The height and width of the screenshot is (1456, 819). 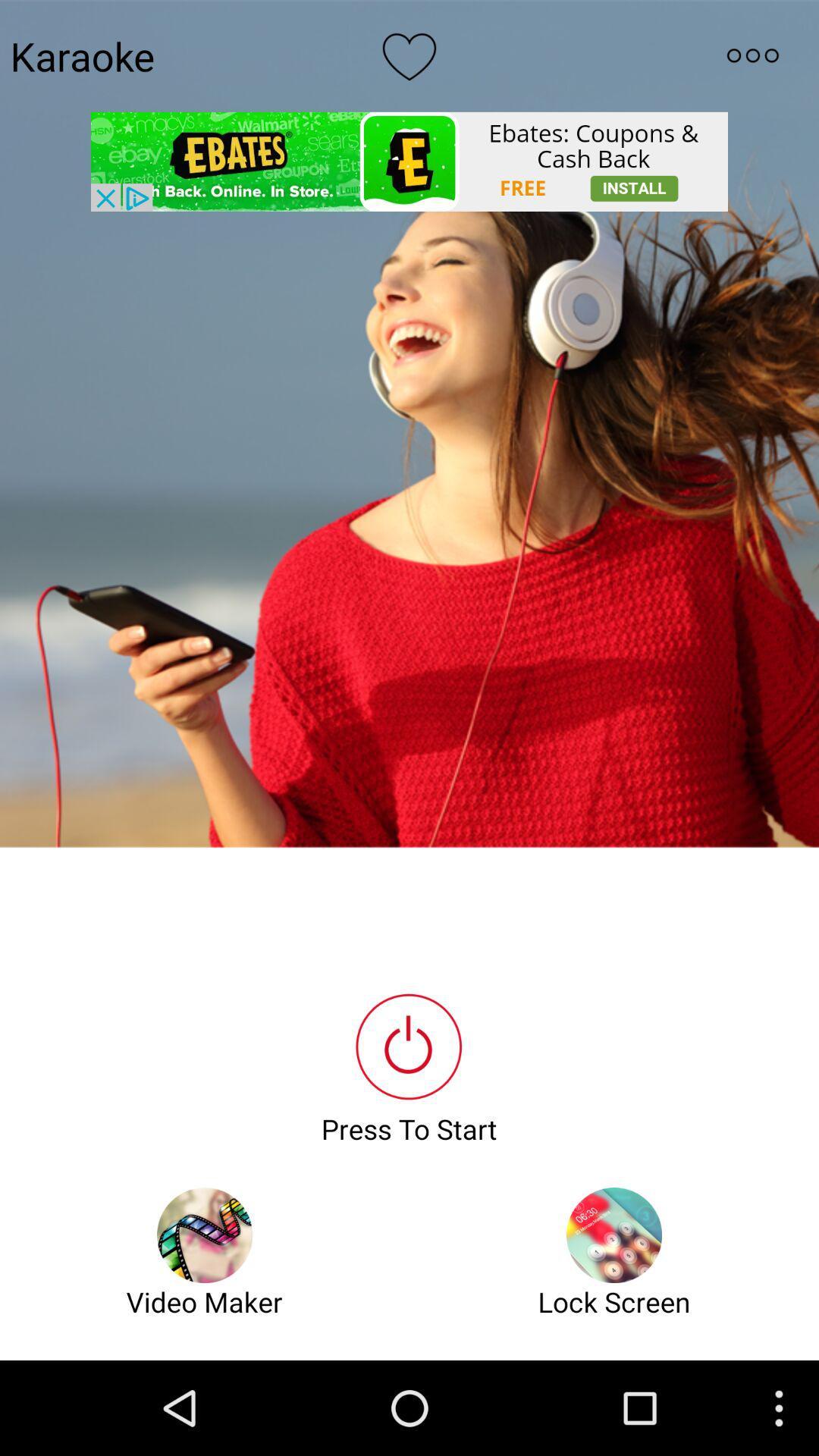 What do you see at coordinates (752, 55) in the screenshot?
I see `open this option` at bounding box center [752, 55].